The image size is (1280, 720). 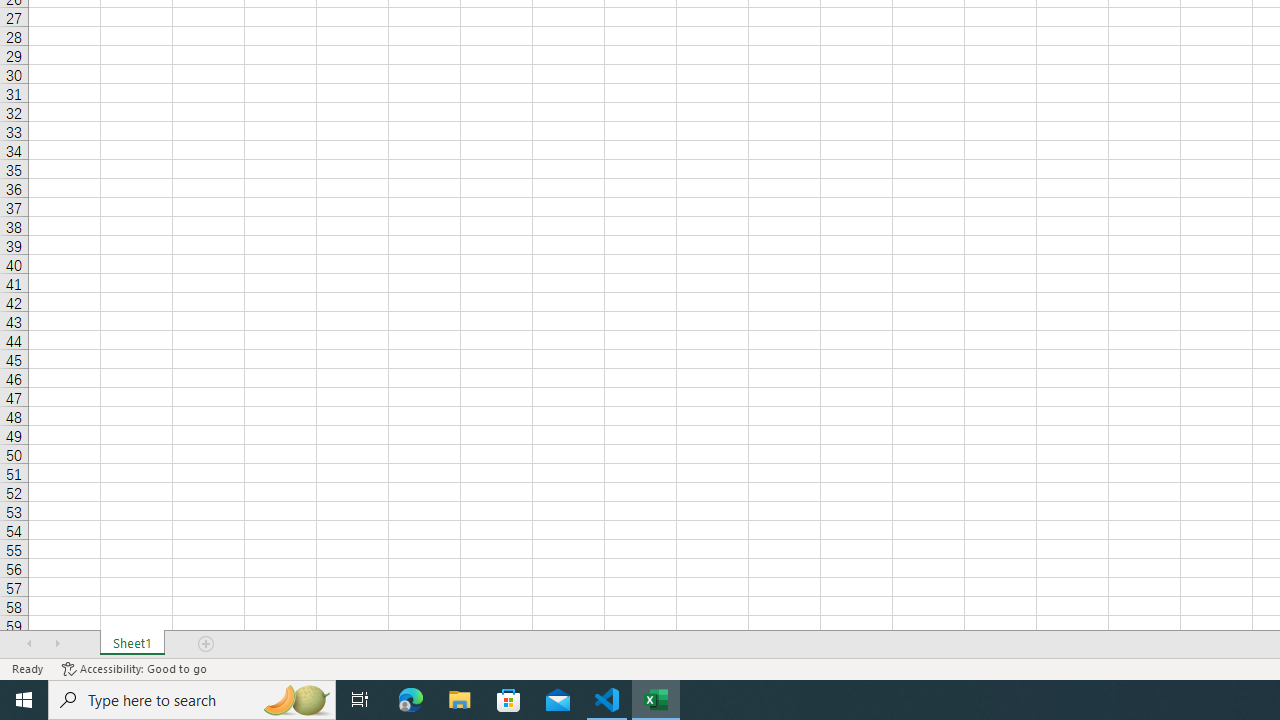 What do you see at coordinates (29, 644) in the screenshot?
I see `'Scroll Left'` at bounding box center [29, 644].